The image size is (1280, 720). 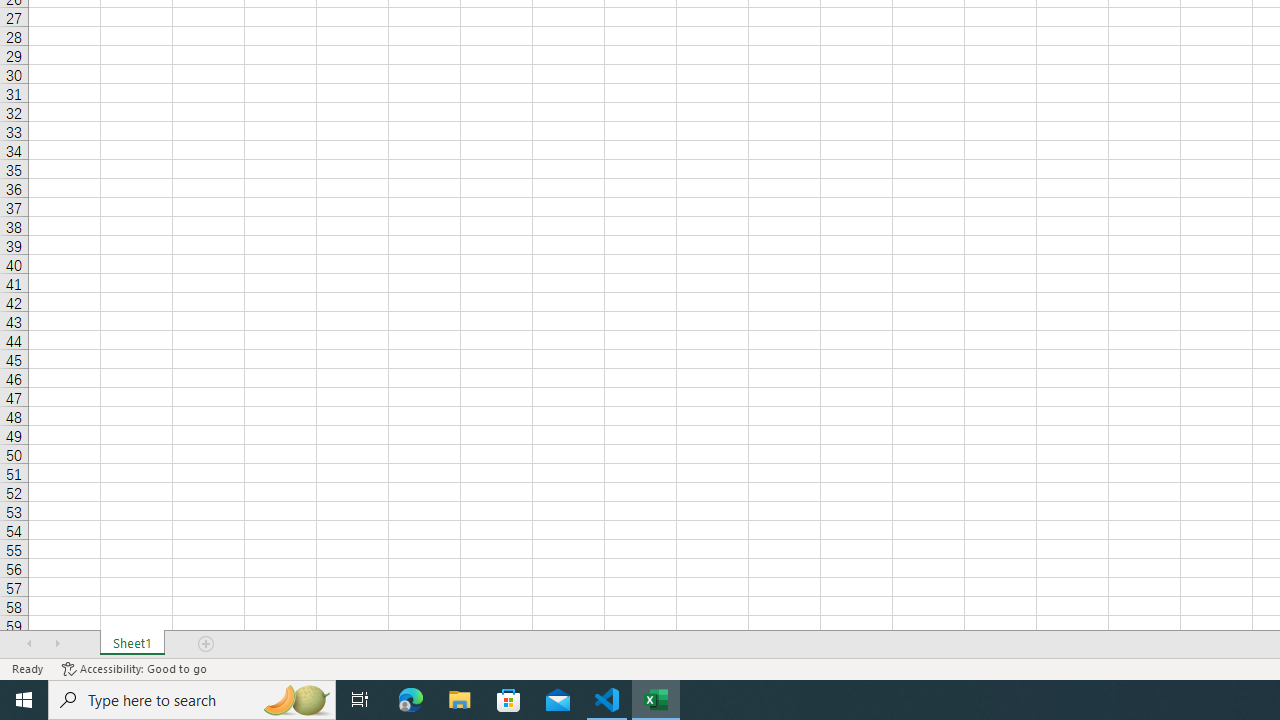 What do you see at coordinates (29, 644) in the screenshot?
I see `'Scroll Left'` at bounding box center [29, 644].